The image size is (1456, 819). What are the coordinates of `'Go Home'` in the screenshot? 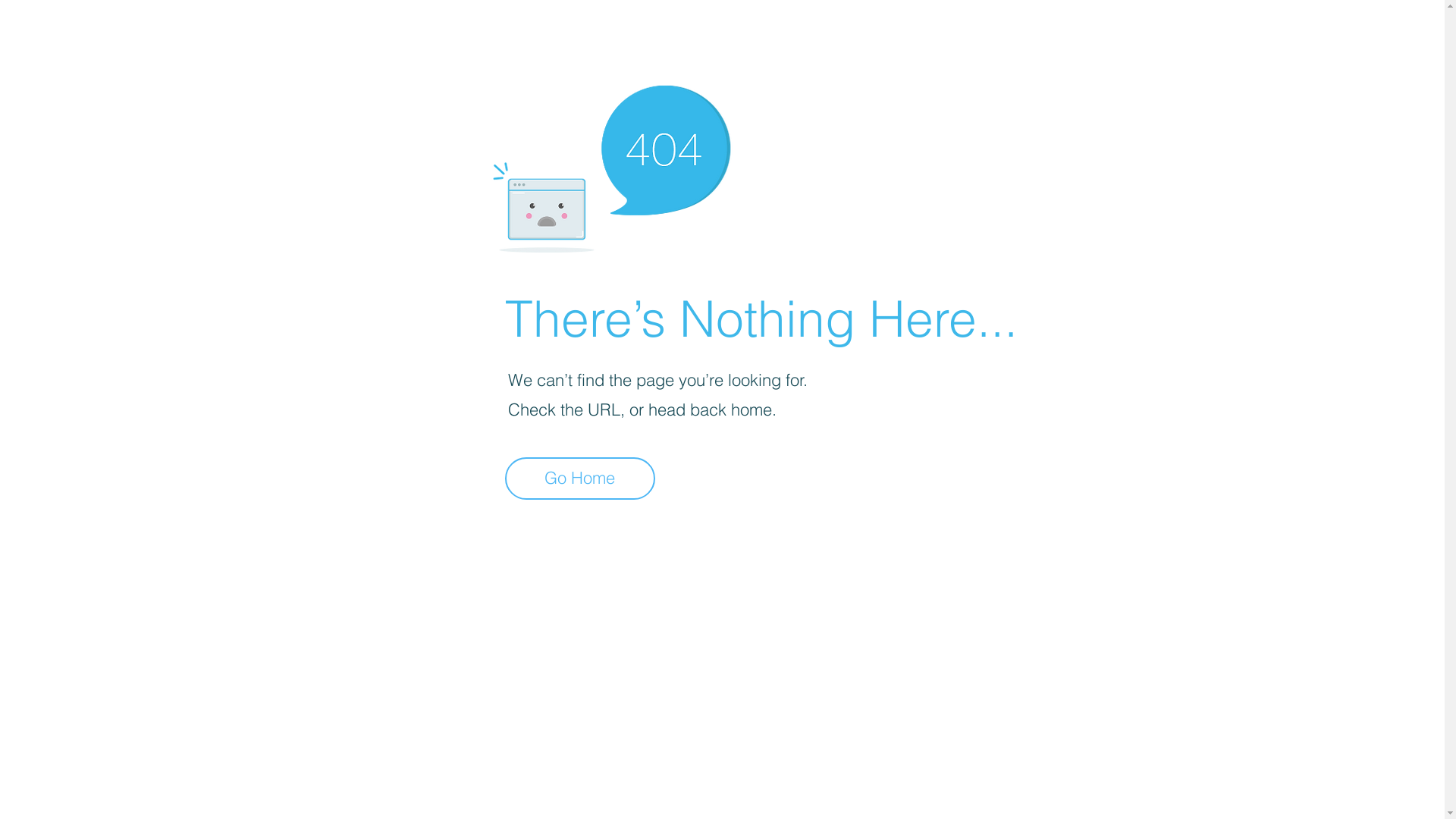 It's located at (579, 479).